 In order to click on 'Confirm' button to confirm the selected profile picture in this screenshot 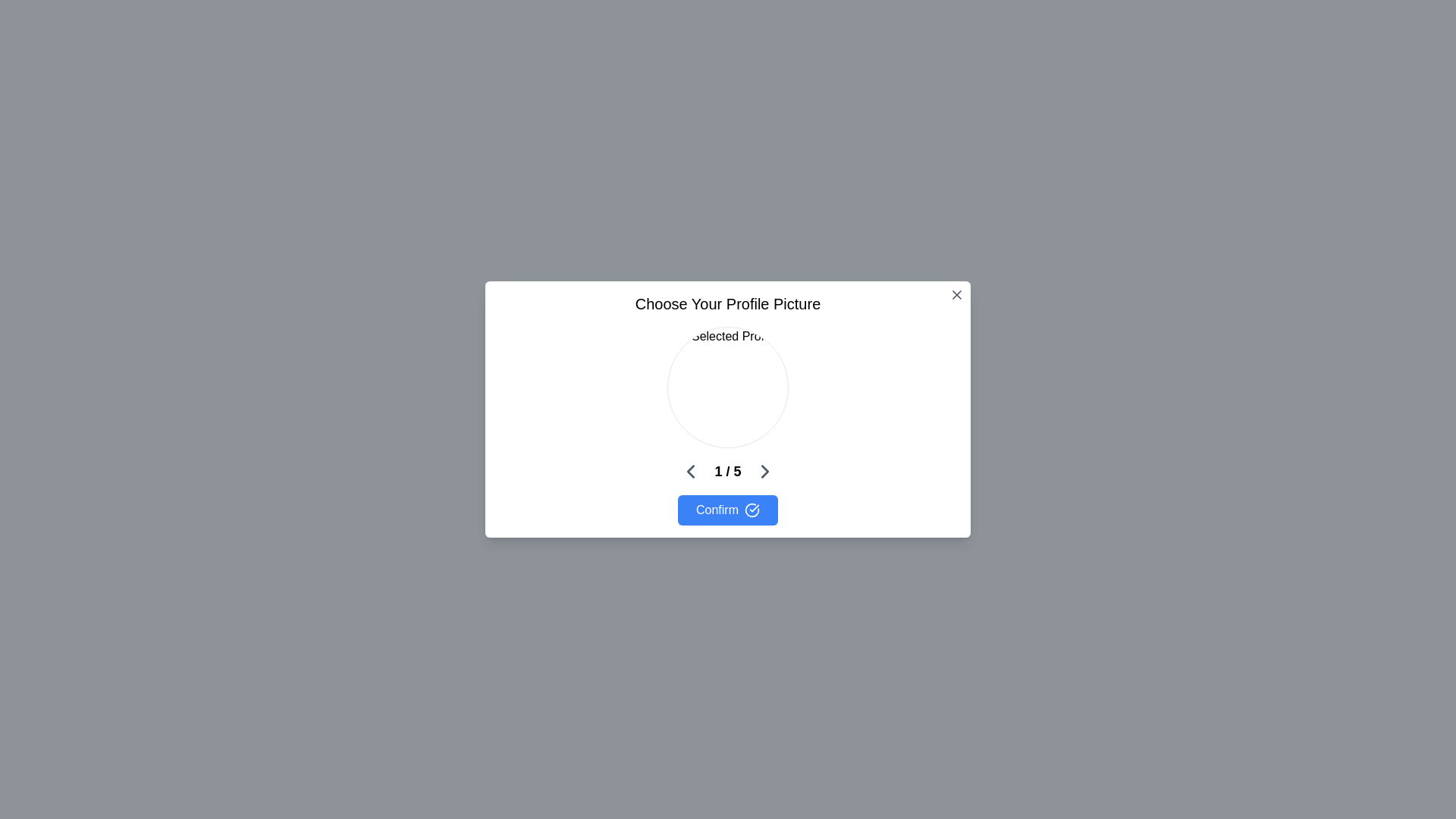, I will do `click(728, 510)`.